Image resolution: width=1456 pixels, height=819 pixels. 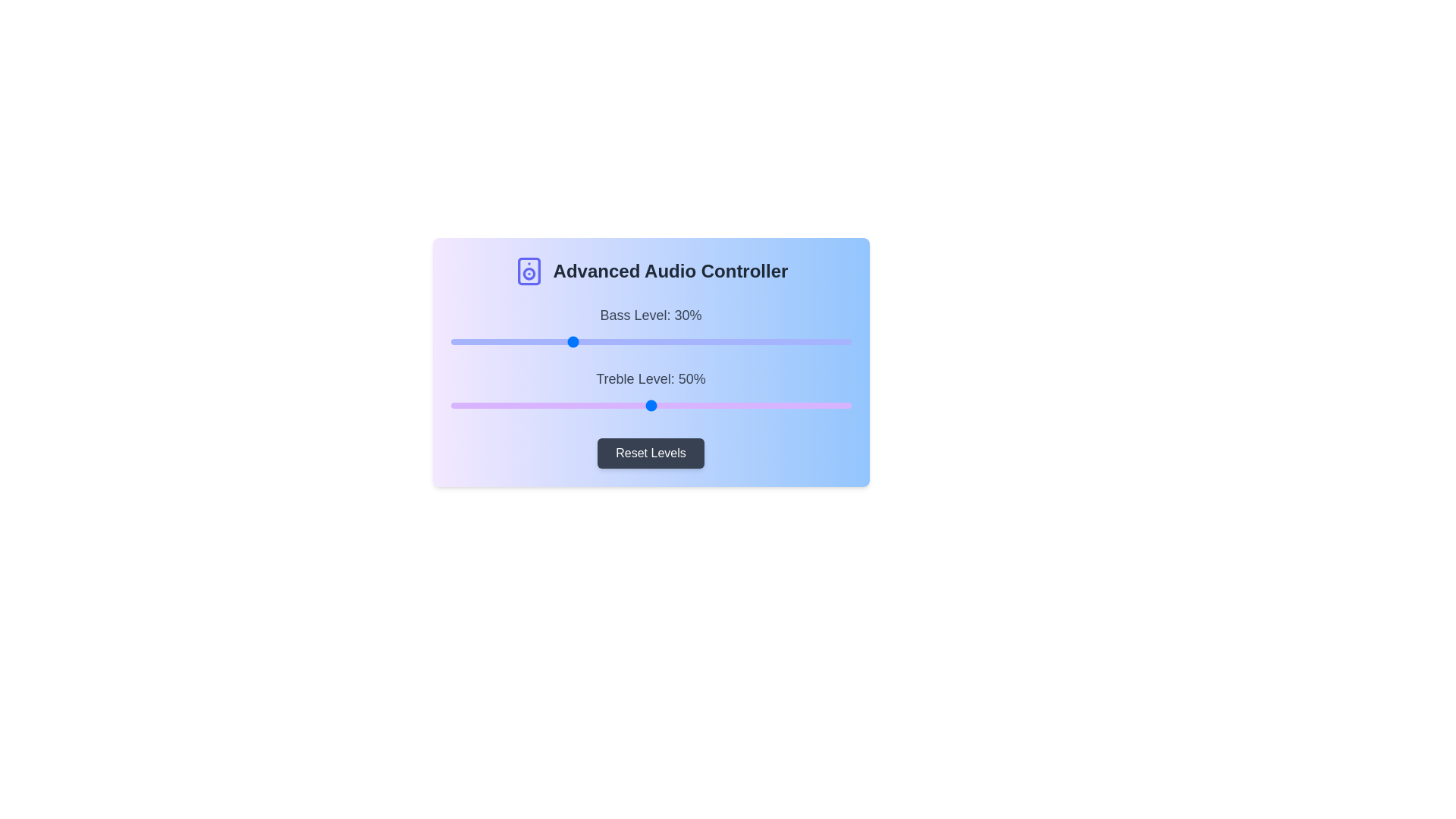 I want to click on the 0 slider to 63%, so click(x=702, y=342).